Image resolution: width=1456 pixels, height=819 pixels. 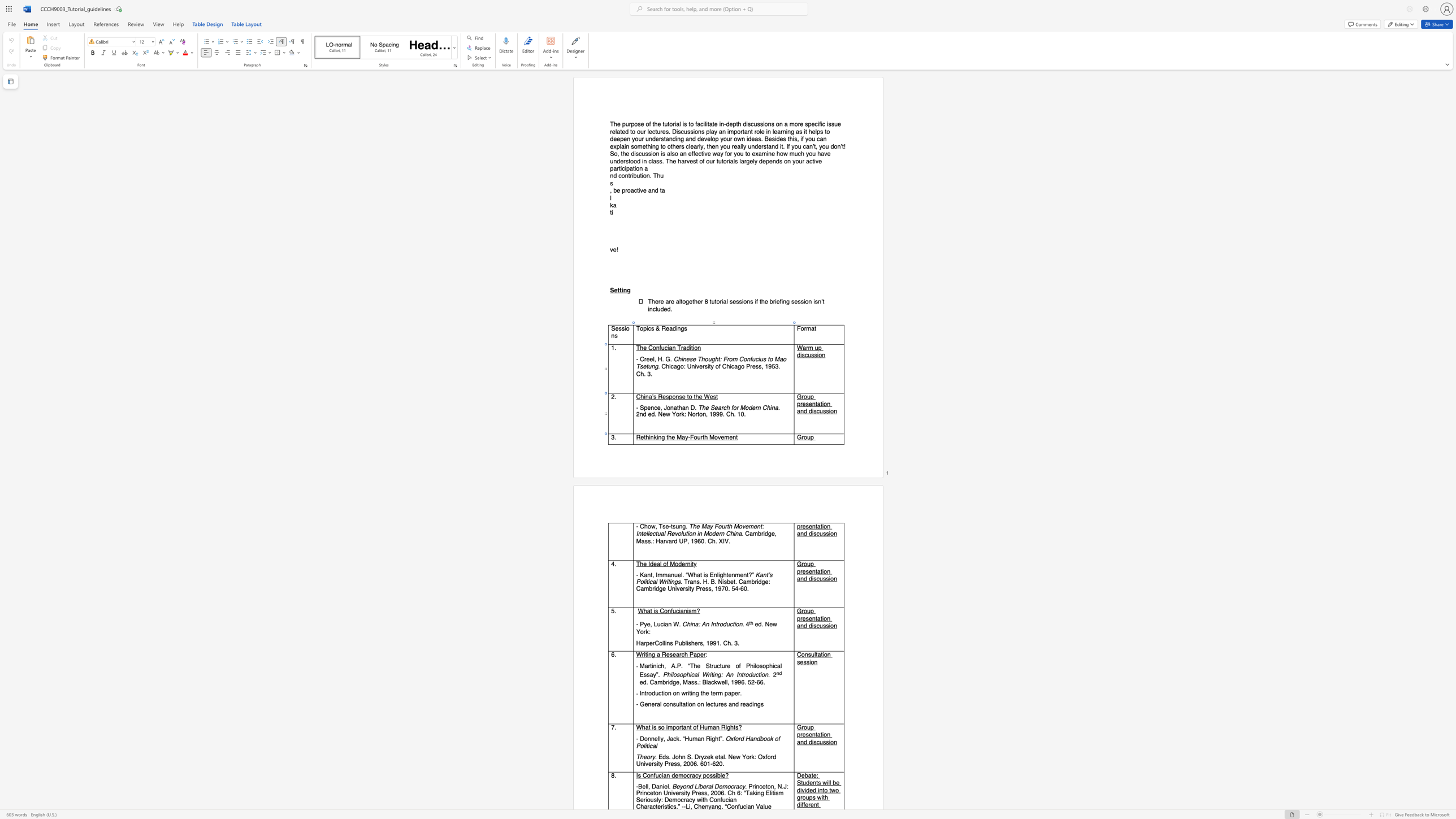 I want to click on the 2th character "u" in the text, so click(x=821, y=411).